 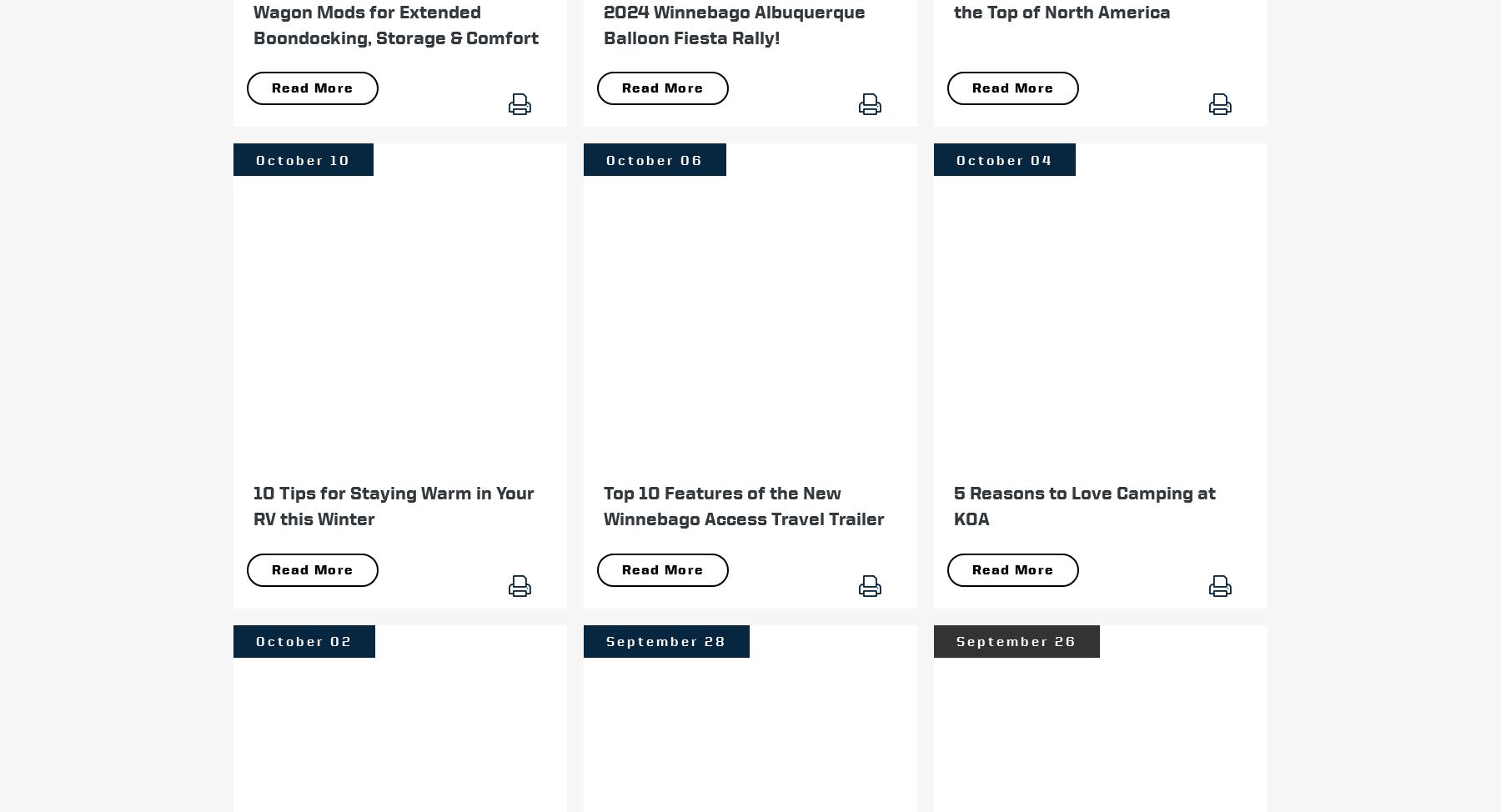 What do you see at coordinates (1085, 504) in the screenshot?
I see `'5 Reasons to Love Camping at KOA'` at bounding box center [1085, 504].